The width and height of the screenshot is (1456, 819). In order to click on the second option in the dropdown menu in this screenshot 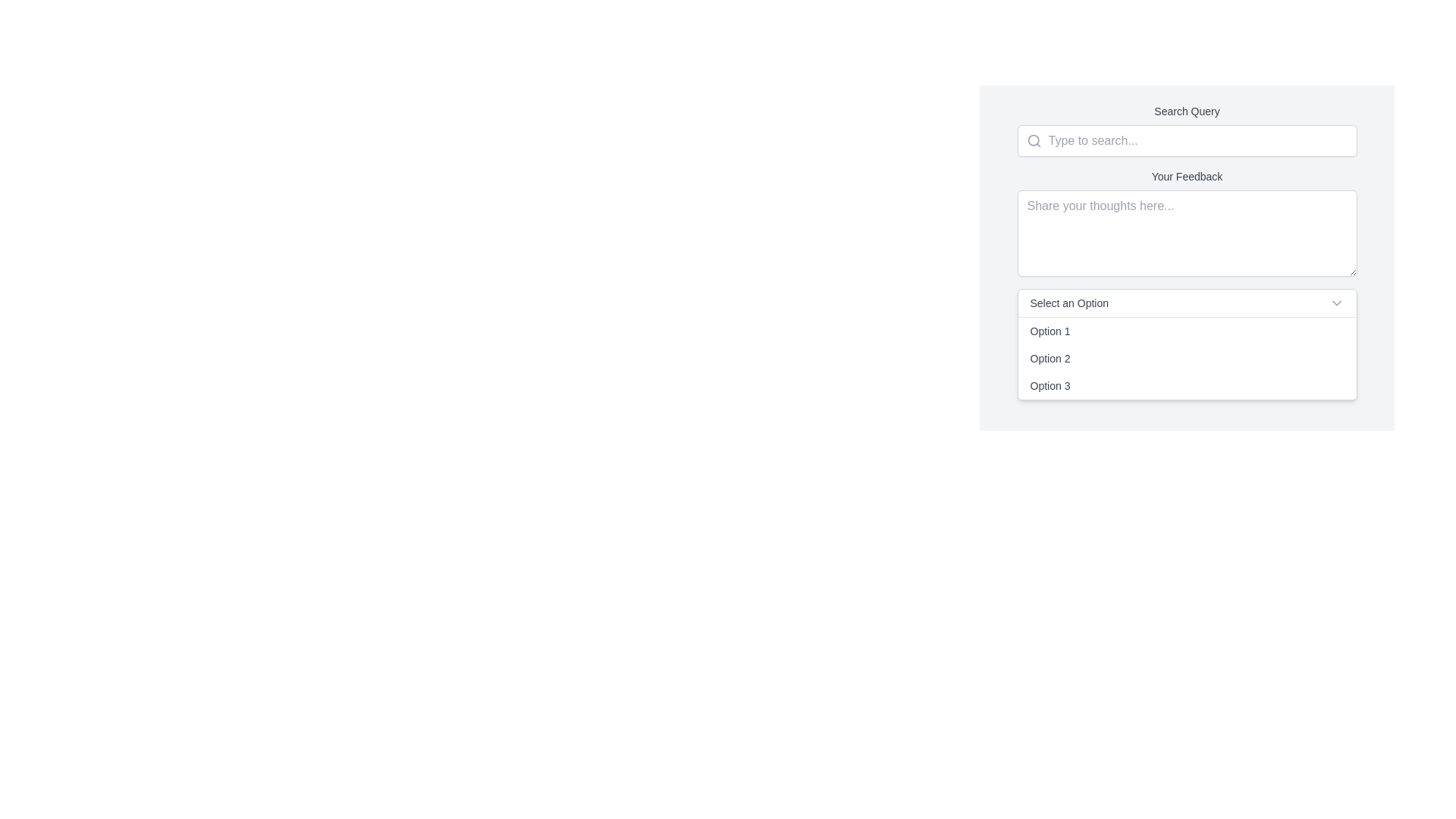, I will do `click(1186, 359)`.